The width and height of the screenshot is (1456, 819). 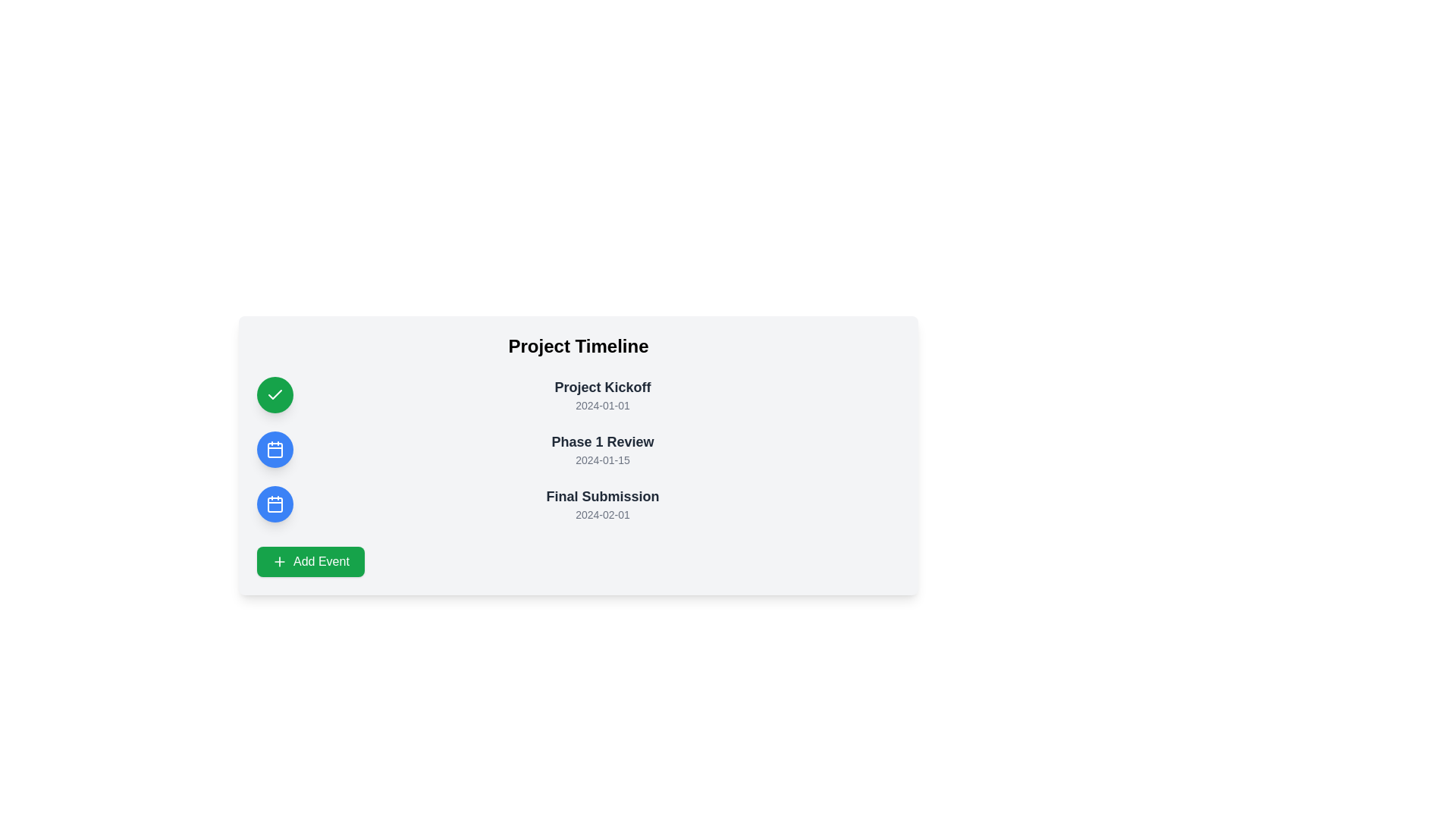 I want to click on the blue circular button with a white calendar icon located at the bottom of a vertically stacked set of three buttons in the 'Final Submission' section, so click(x=275, y=504).